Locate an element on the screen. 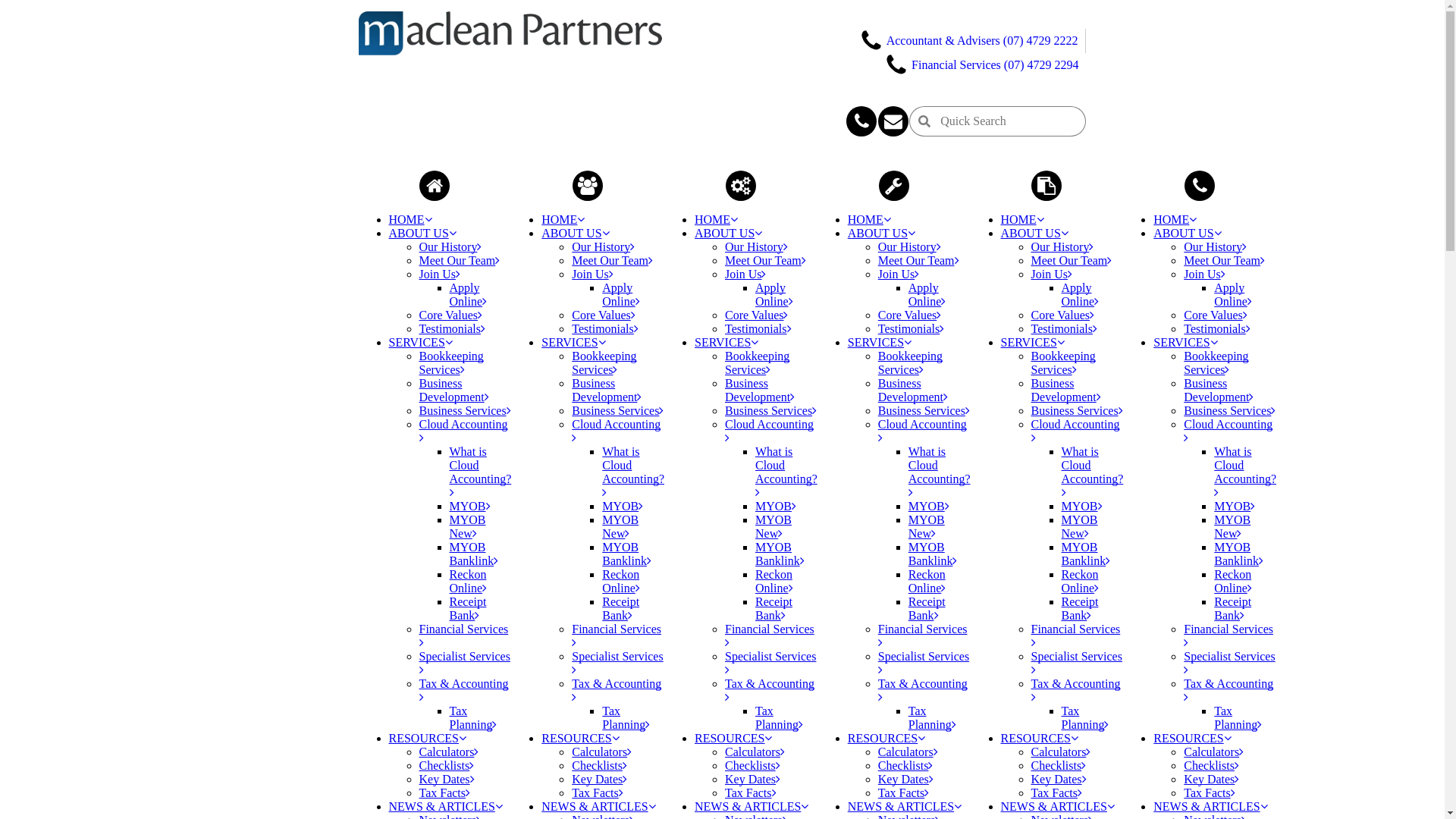 The width and height of the screenshot is (1456, 819). 'Tax & Accounting' is located at coordinates (616, 690).